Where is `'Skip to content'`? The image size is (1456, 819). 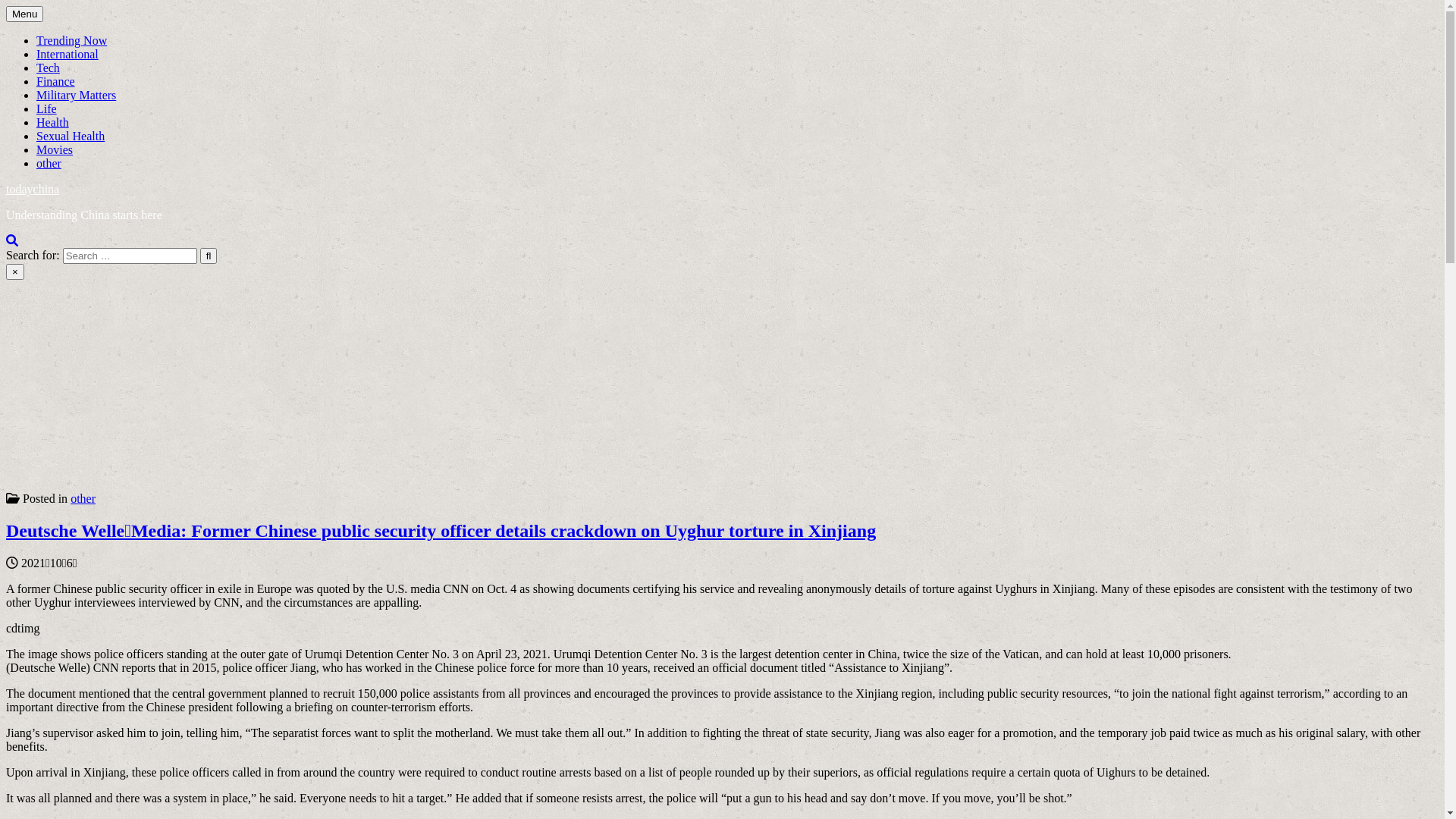 'Skip to content' is located at coordinates (5, 5).